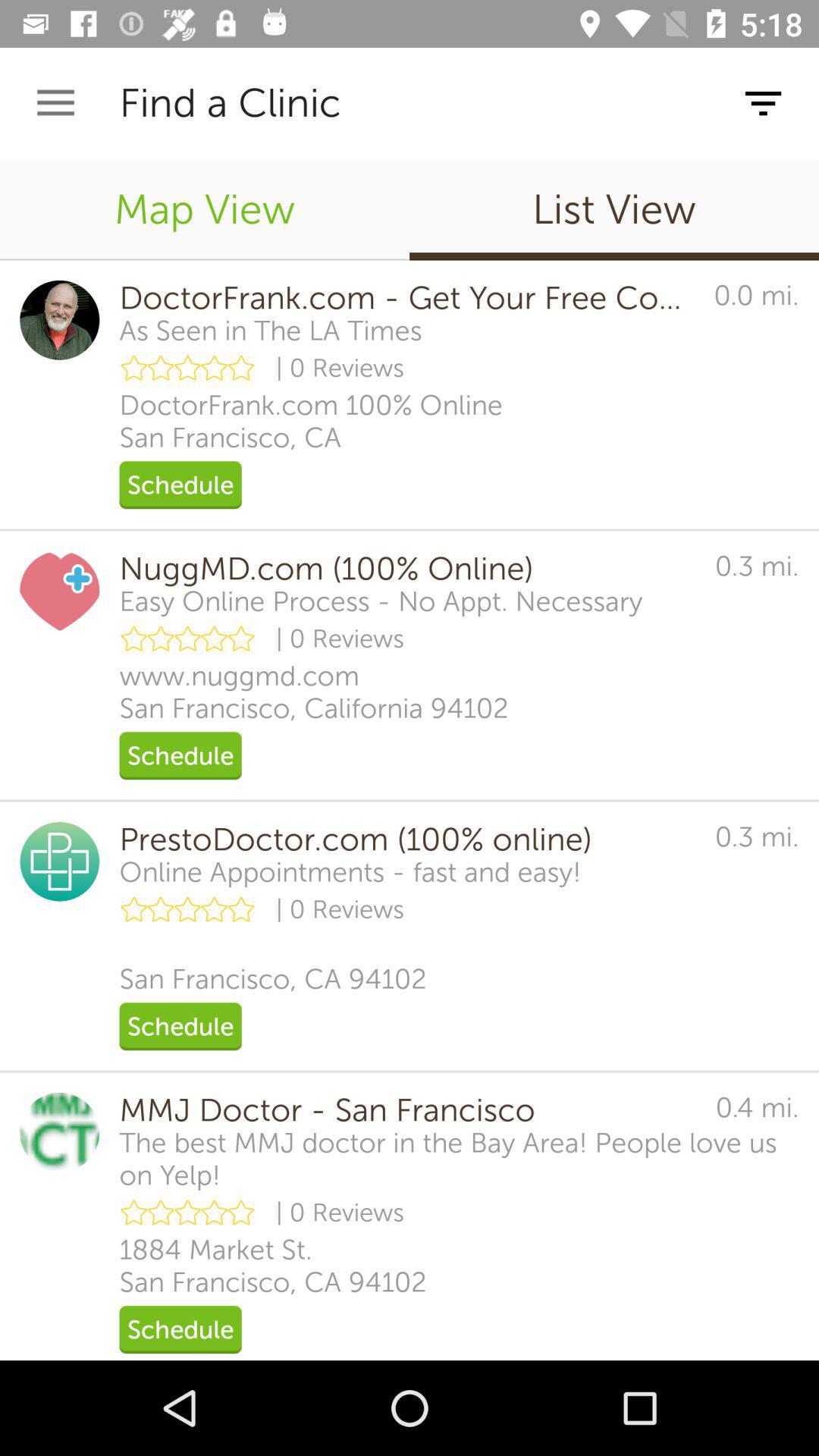 This screenshot has width=819, height=1456. What do you see at coordinates (406, 839) in the screenshot?
I see `prestodoctor com 100 item` at bounding box center [406, 839].